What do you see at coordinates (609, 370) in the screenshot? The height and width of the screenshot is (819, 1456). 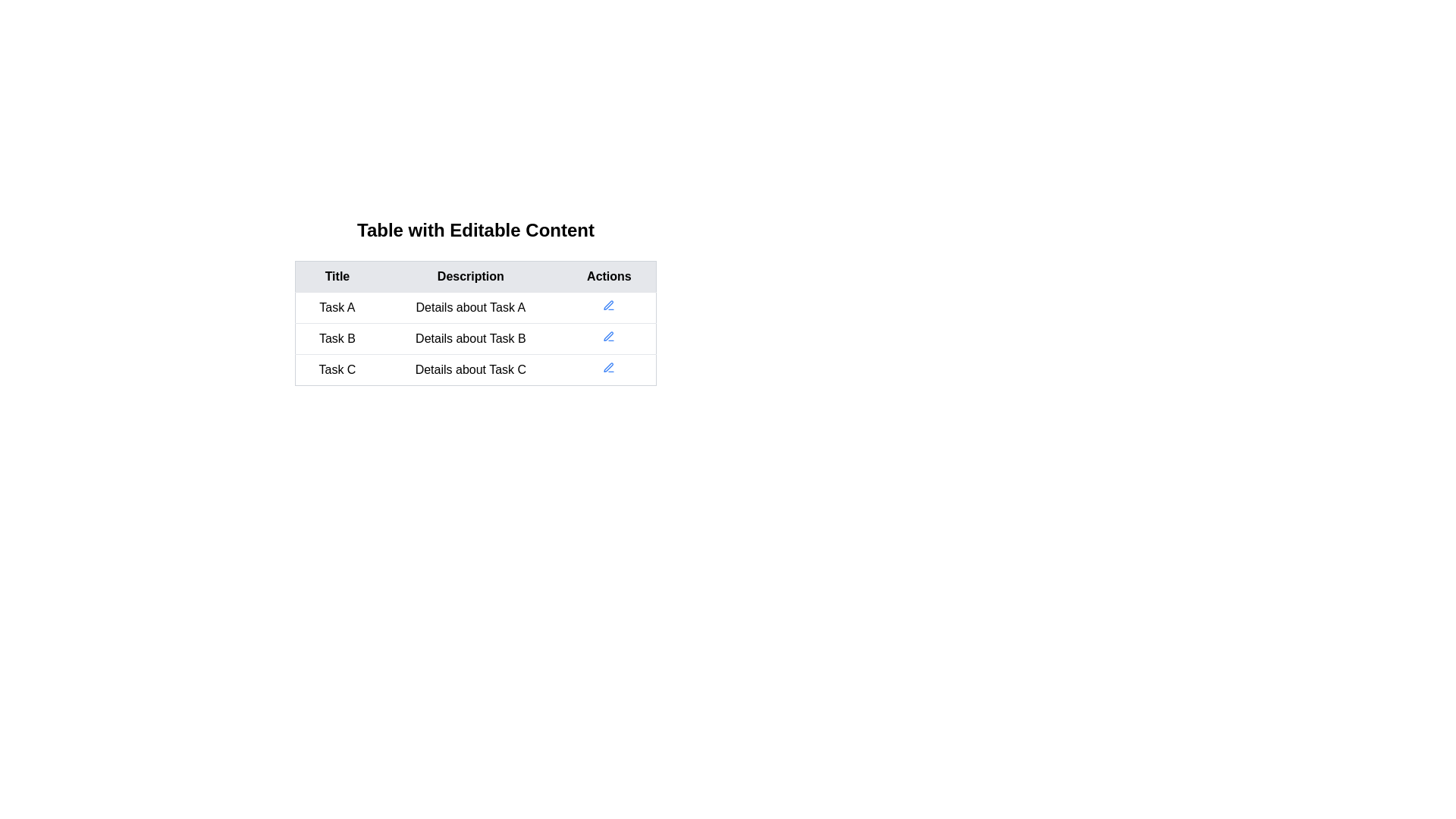 I see `the edit icon button located in the Actions column of the table corresponding to 'Task C' to initiate an edit action` at bounding box center [609, 370].